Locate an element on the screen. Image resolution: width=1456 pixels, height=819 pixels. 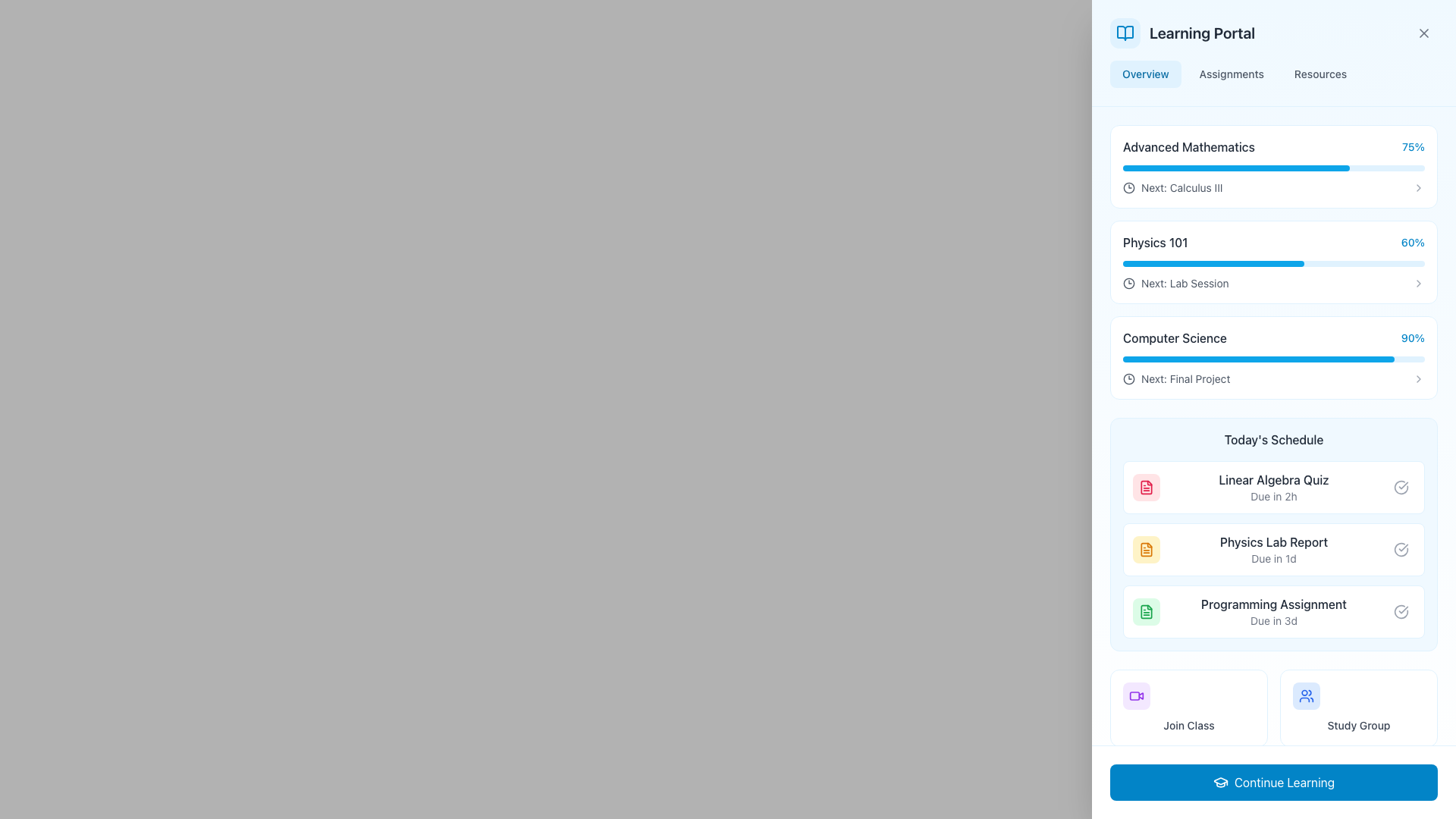
the static text display element that shows 'Programming Assignment', located in the middle right section of the interface under 'Today's Schedule' is located at coordinates (1274, 604).